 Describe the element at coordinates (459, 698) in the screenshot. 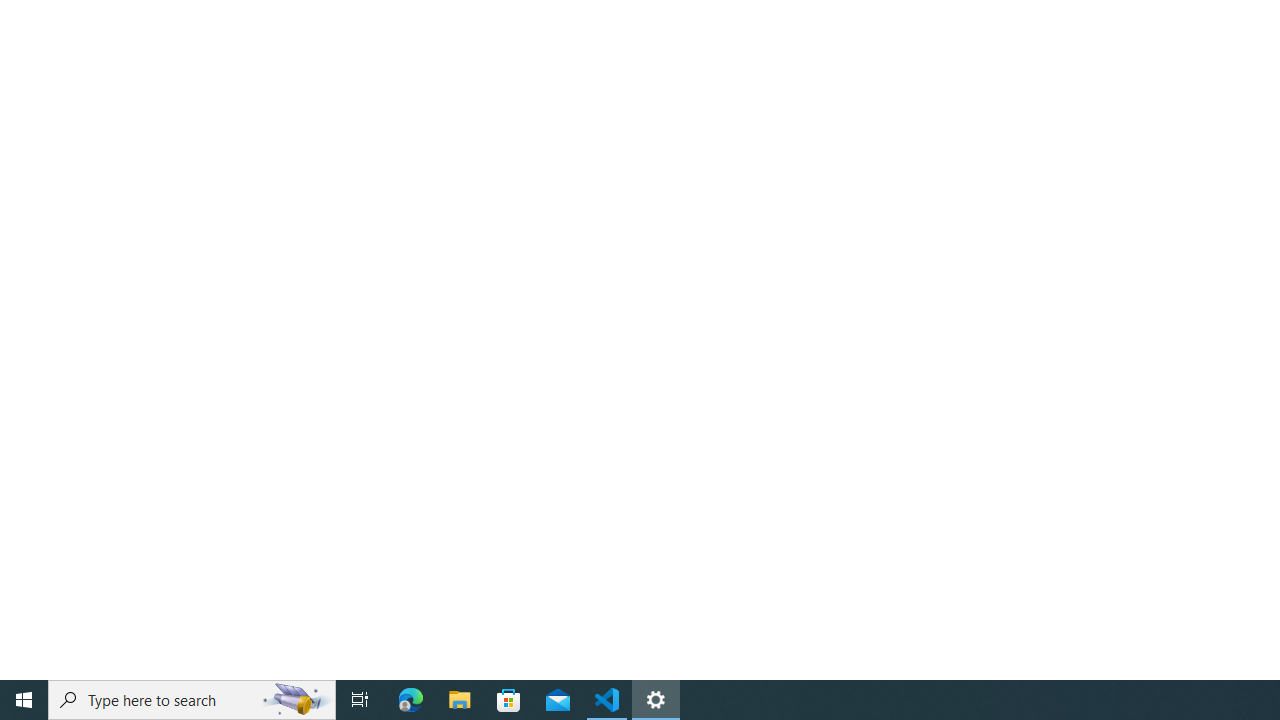

I see `'File Explorer'` at that location.